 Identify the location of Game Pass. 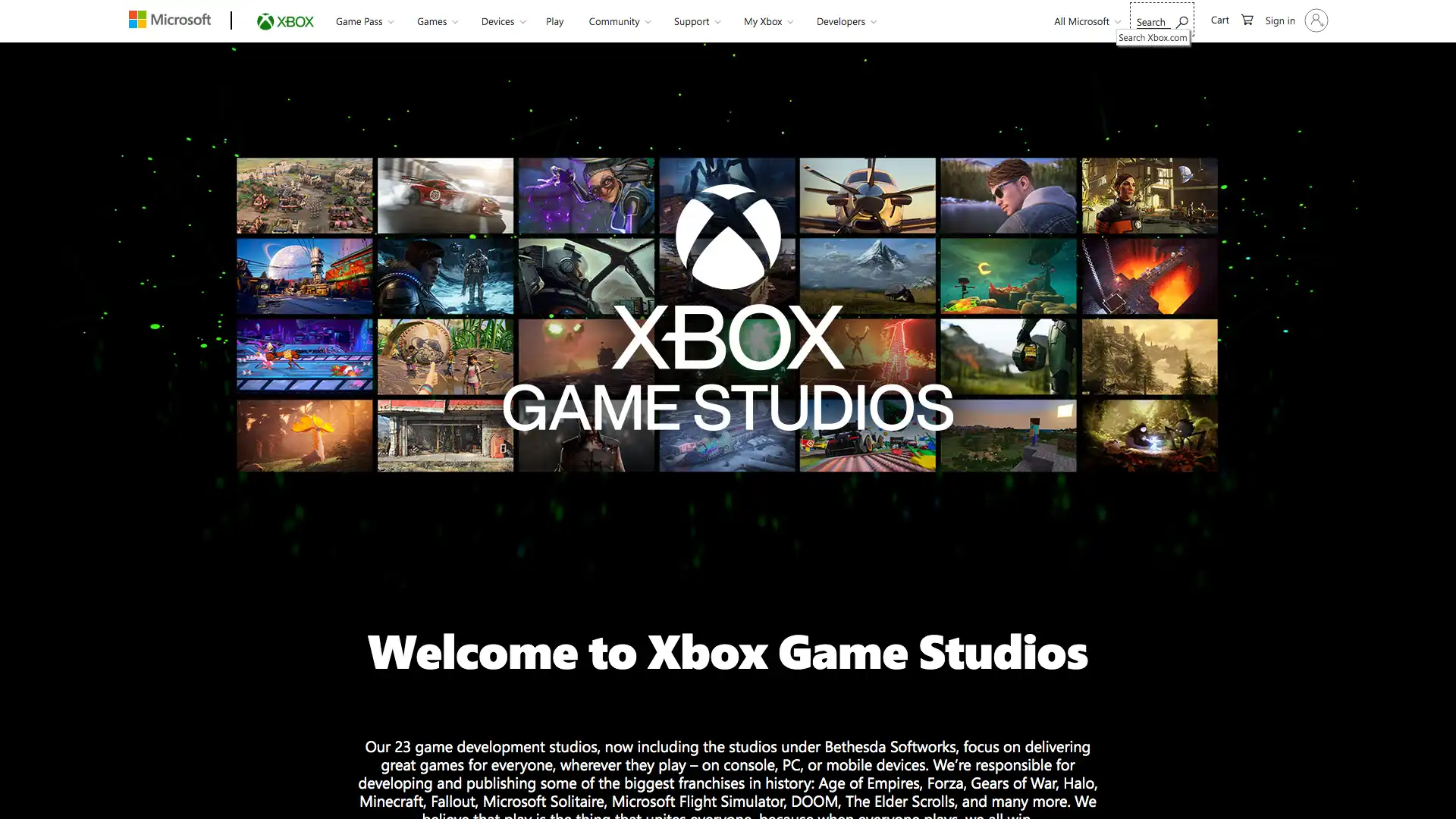
(364, 20).